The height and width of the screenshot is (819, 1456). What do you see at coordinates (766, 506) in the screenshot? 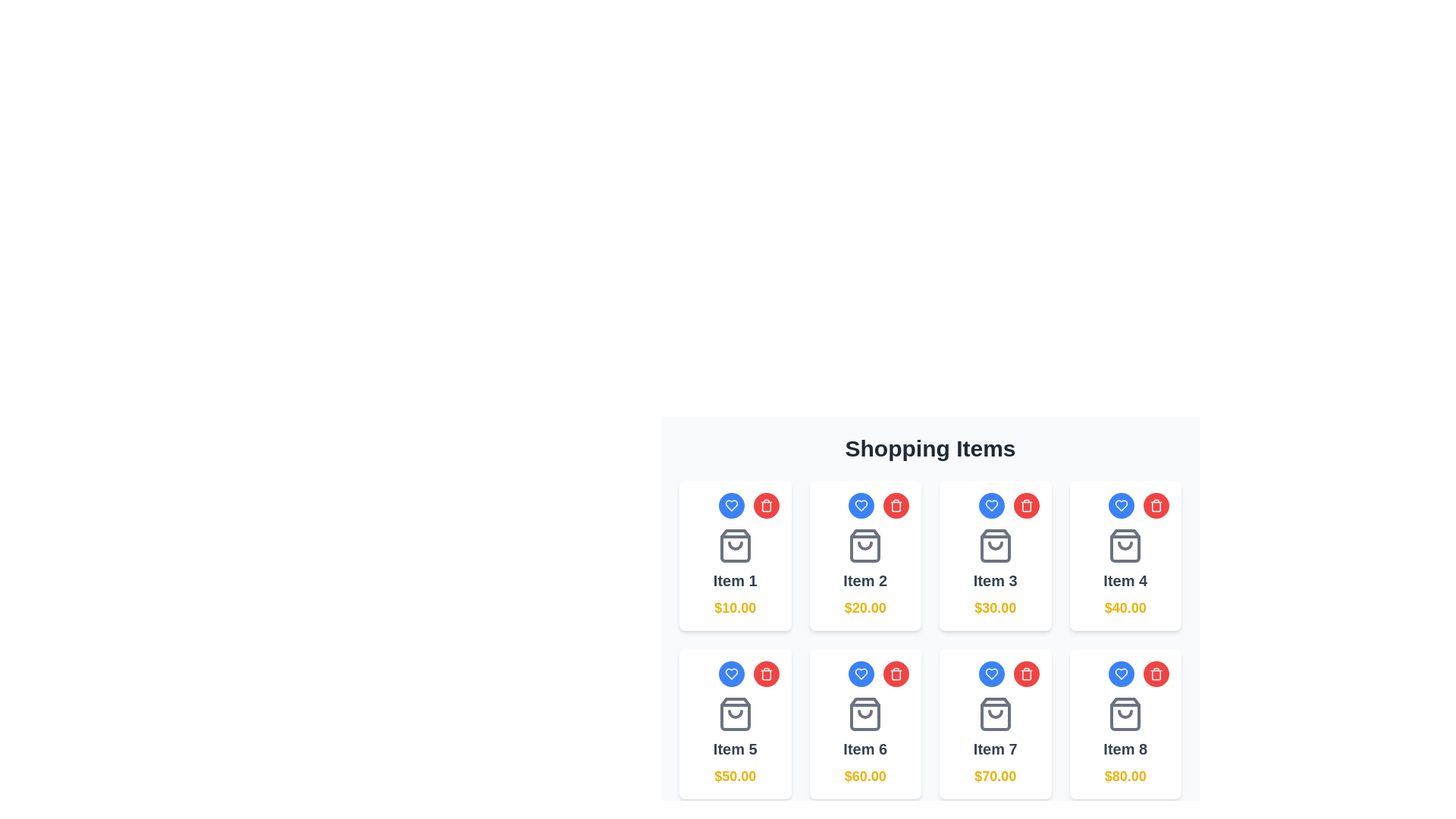
I see `the delete button for 'Item 1'` at bounding box center [766, 506].